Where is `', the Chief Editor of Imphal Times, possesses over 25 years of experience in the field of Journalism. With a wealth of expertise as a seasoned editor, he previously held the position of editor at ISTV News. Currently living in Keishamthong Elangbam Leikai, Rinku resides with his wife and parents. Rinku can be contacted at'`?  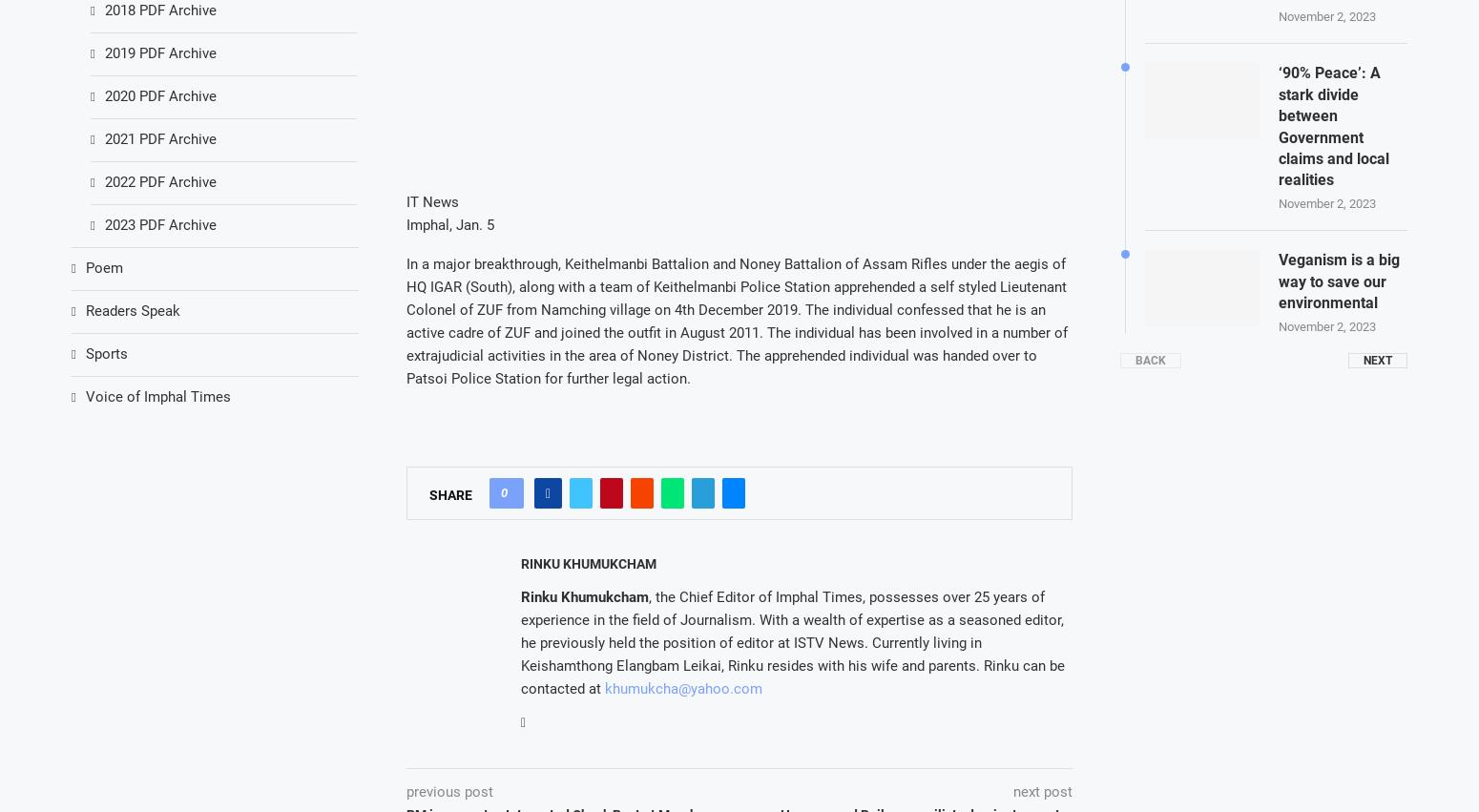 ', the Chief Editor of Imphal Times, possesses over 25 years of experience in the field of Journalism. With a wealth of expertise as a seasoned editor, he previously held the position of editor at ISTV News. Currently living in Keishamthong Elangbam Leikai, Rinku resides with his wife and parents. Rinku can be contacted at' is located at coordinates (791, 642).